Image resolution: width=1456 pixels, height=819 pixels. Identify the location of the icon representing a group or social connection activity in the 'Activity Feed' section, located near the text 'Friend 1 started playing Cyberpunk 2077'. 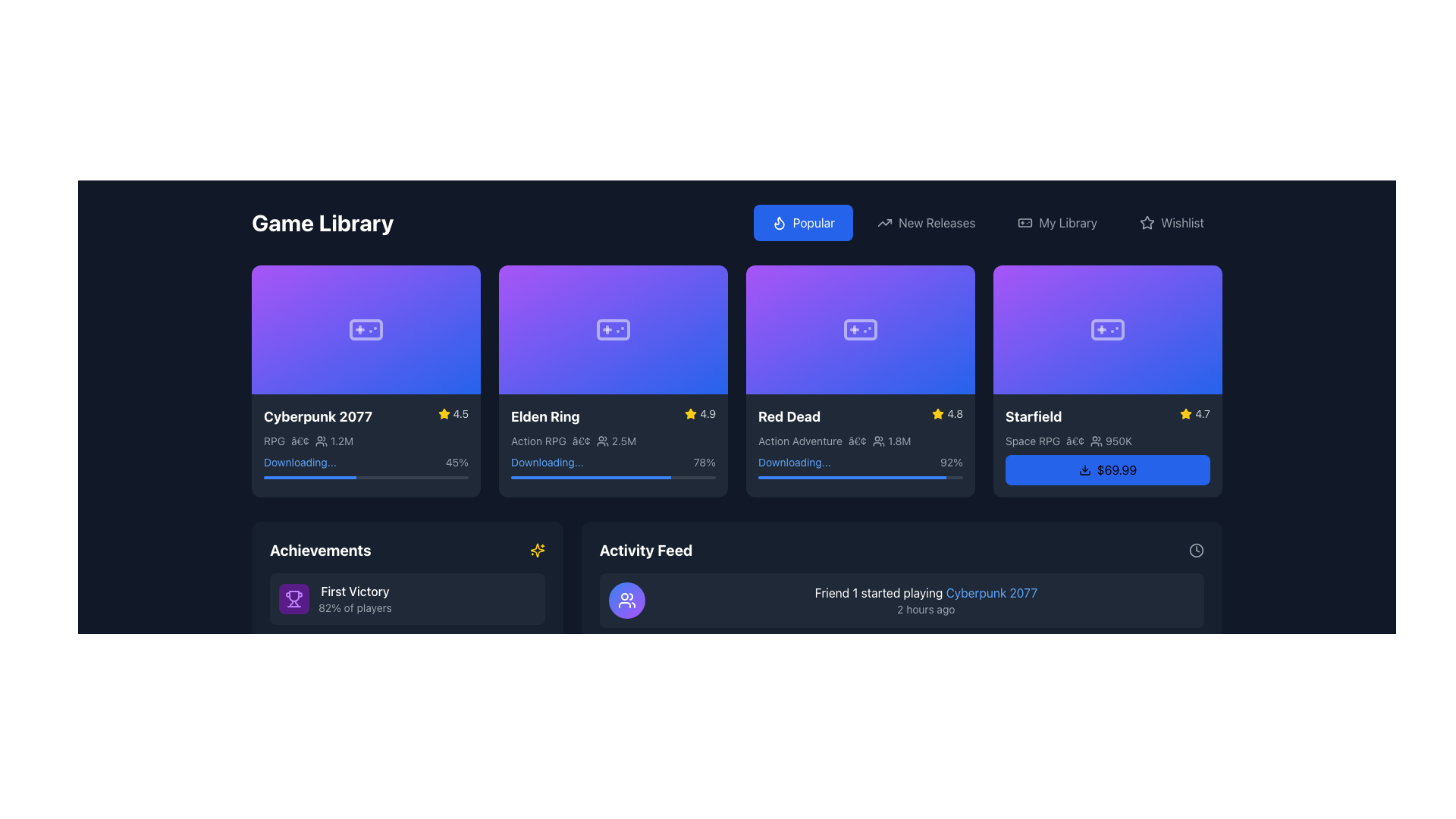
(626, 599).